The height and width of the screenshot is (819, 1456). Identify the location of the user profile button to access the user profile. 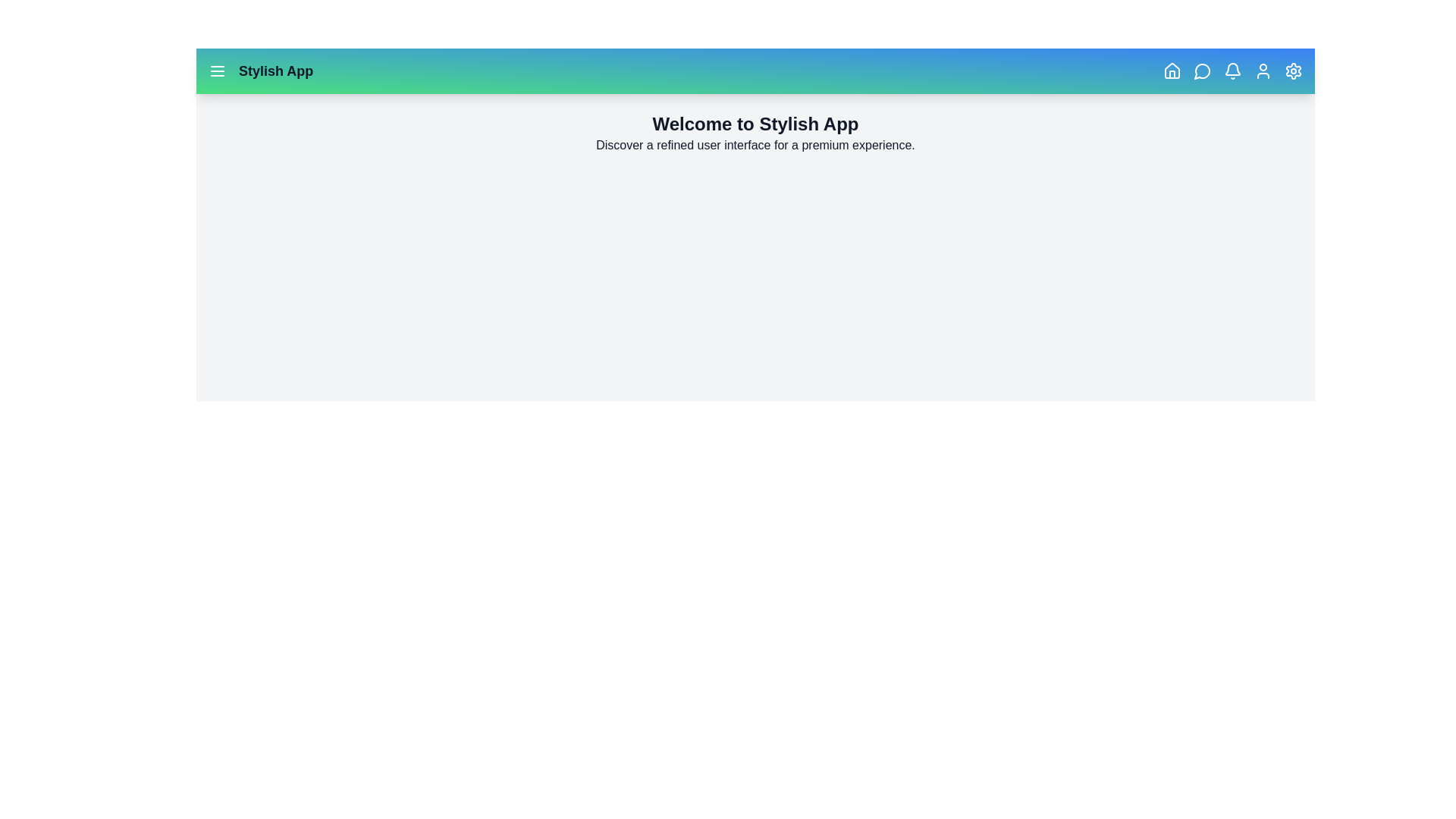
(1263, 71).